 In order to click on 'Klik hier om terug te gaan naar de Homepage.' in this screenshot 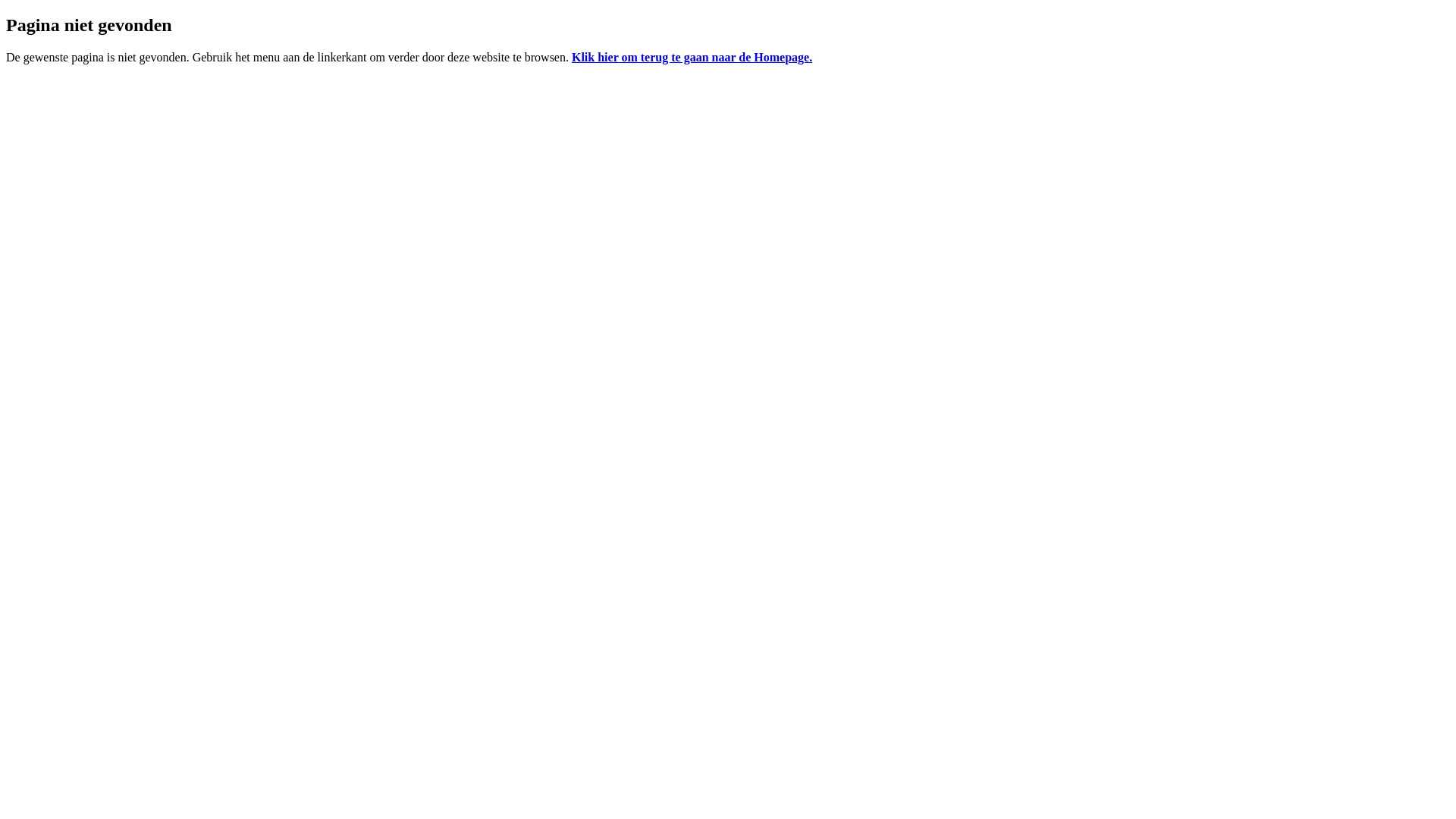, I will do `click(691, 56)`.